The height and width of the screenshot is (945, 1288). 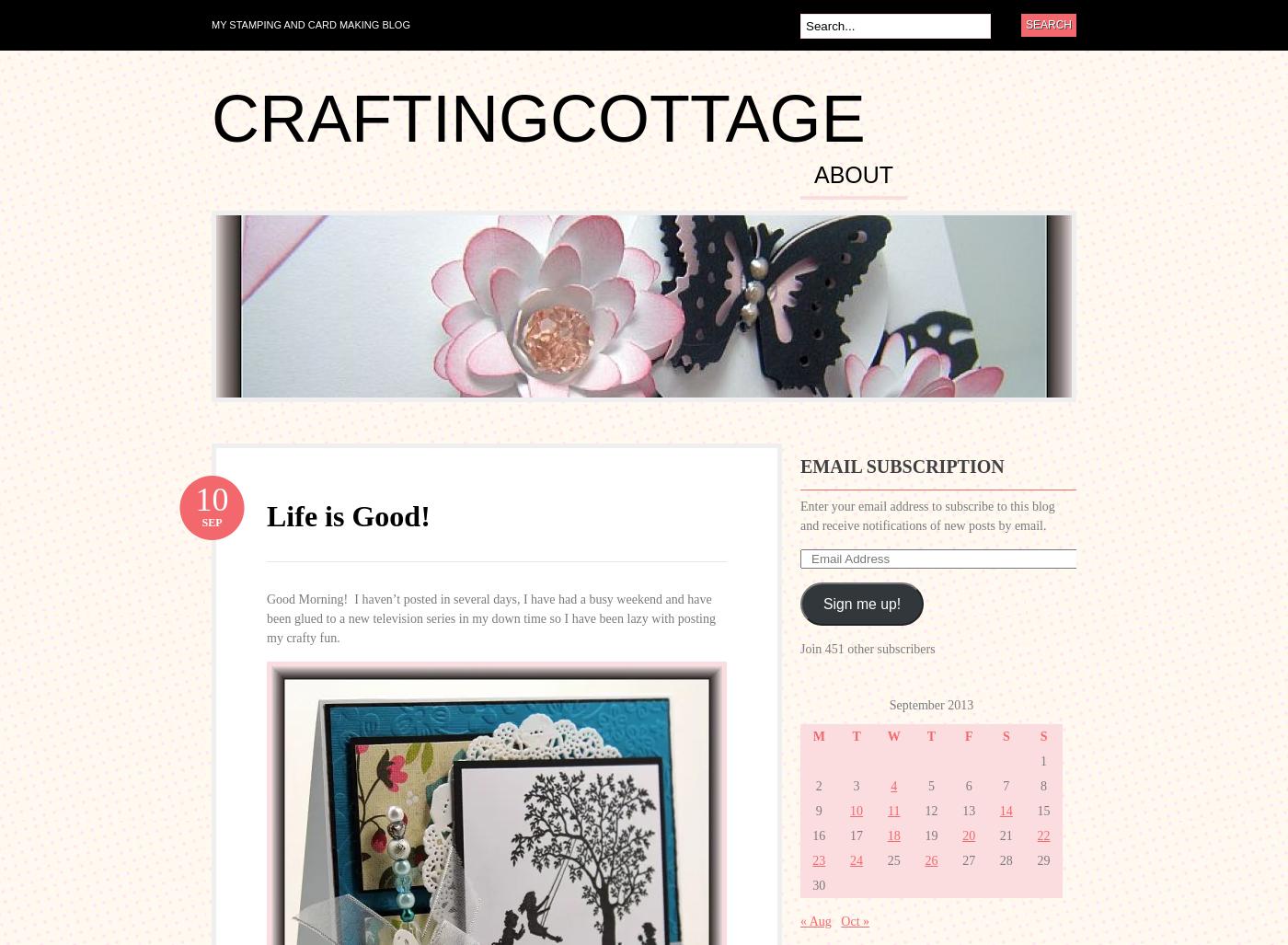 What do you see at coordinates (968, 810) in the screenshot?
I see `'13'` at bounding box center [968, 810].